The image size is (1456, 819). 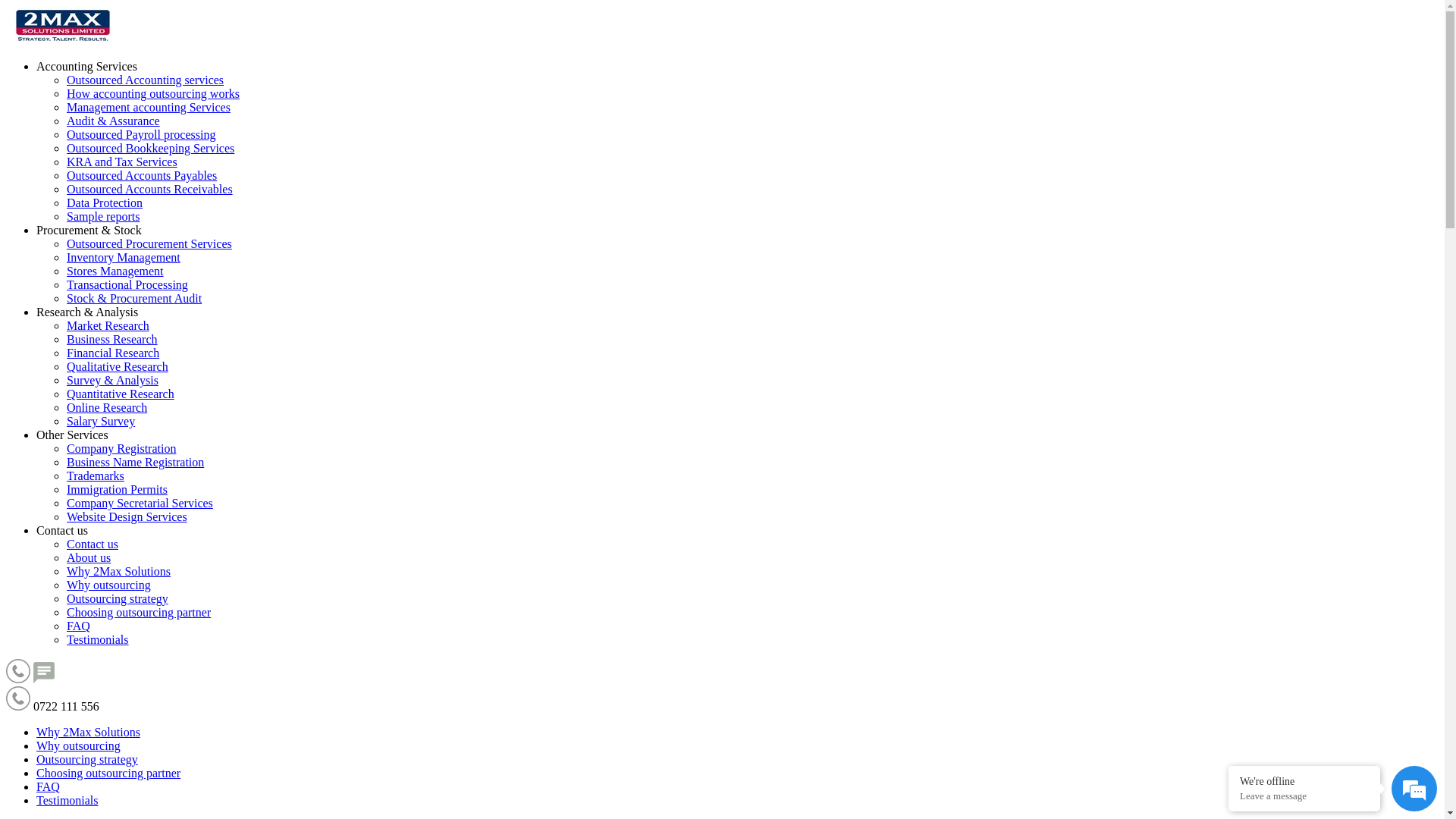 I want to click on 'Research & Analysis', so click(x=36, y=311).